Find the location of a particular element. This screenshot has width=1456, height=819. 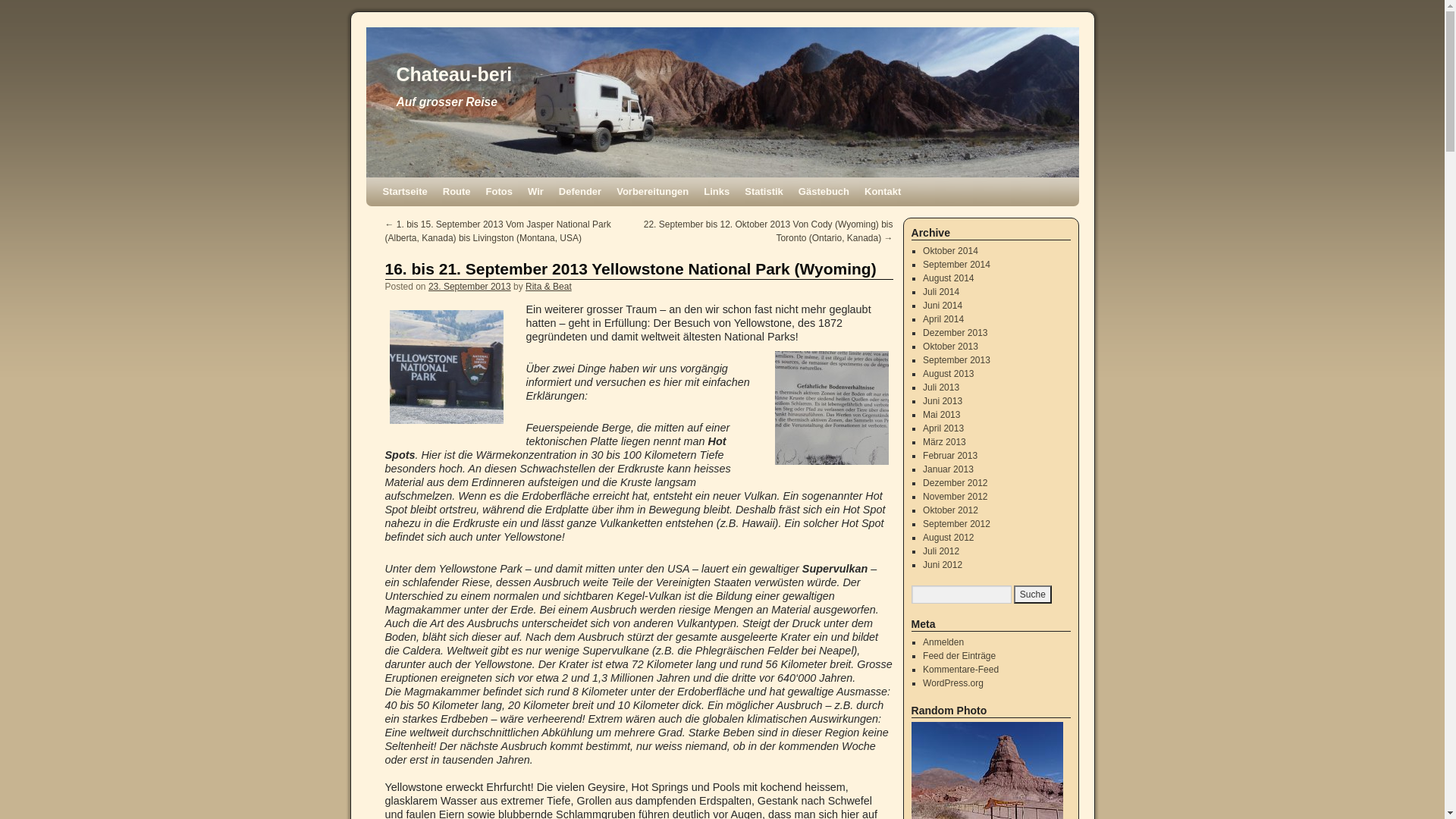

'Kommentare-Feed' is located at coordinates (960, 669).